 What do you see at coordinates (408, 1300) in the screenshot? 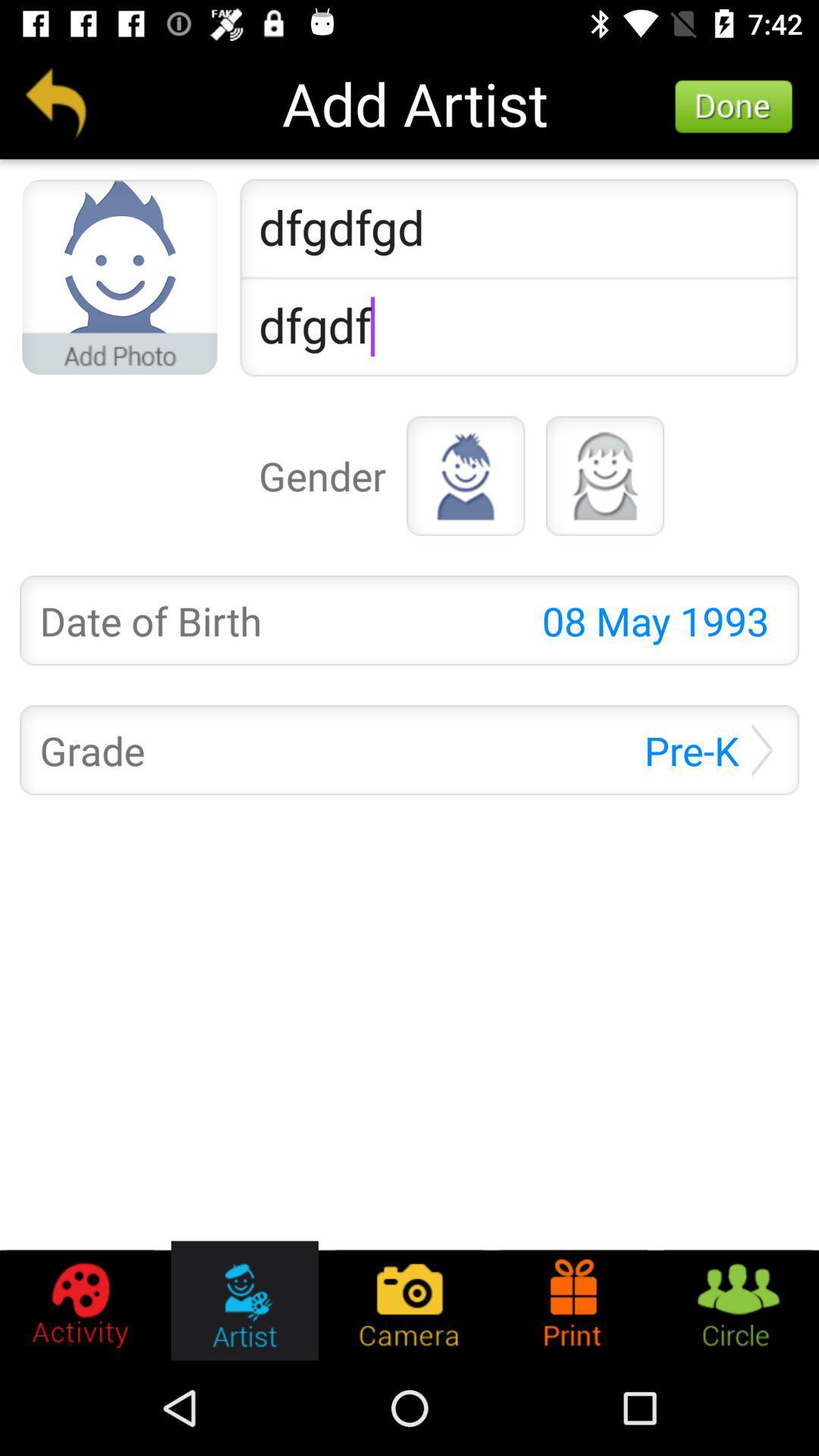
I see `the photo icon` at bounding box center [408, 1300].